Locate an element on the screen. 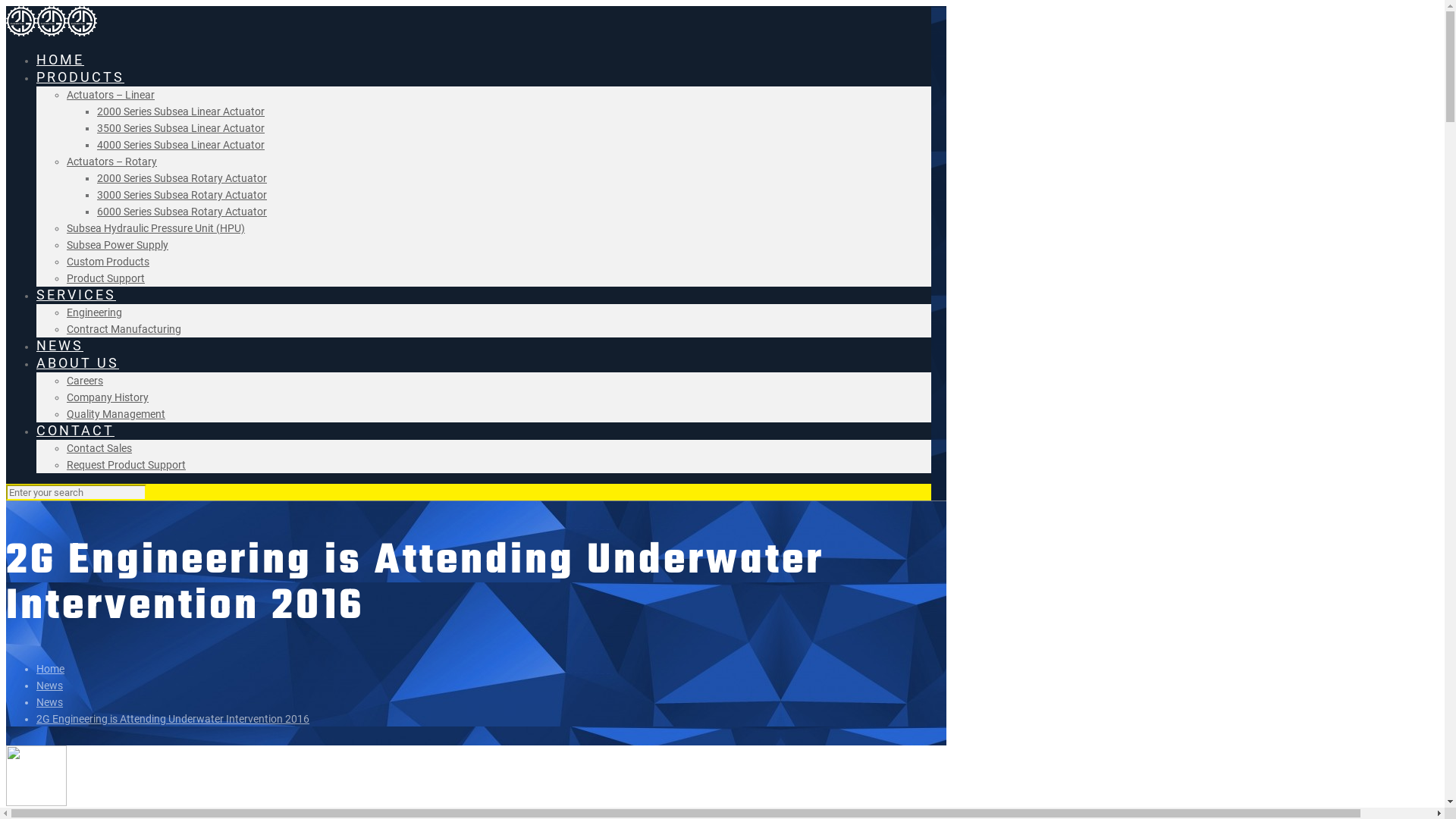 The width and height of the screenshot is (1456, 819). 'CONTACT' is located at coordinates (74, 430).